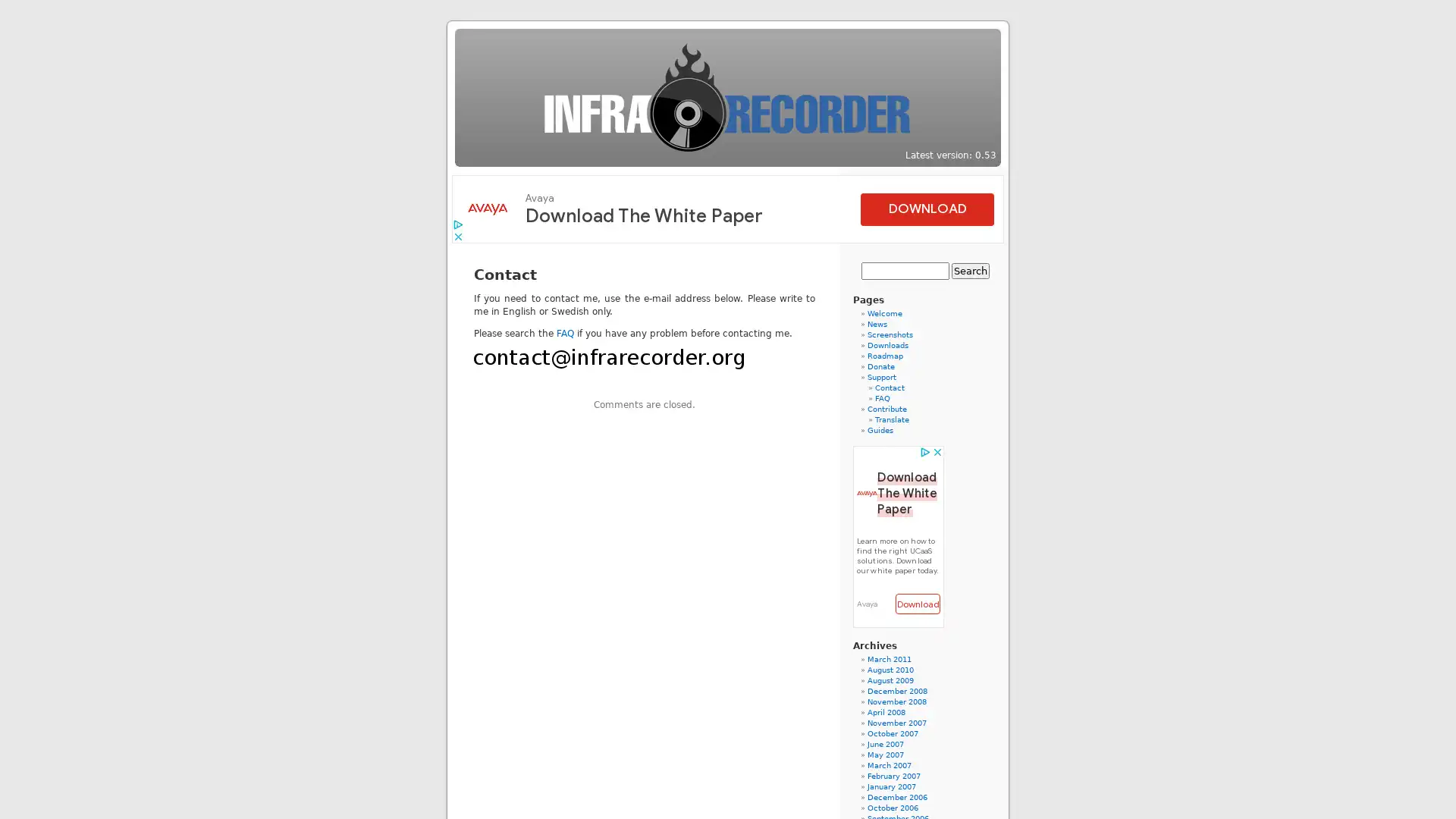  What do you see at coordinates (968, 270) in the screenshot?
I see `Search` at bounding box center [968, 270].